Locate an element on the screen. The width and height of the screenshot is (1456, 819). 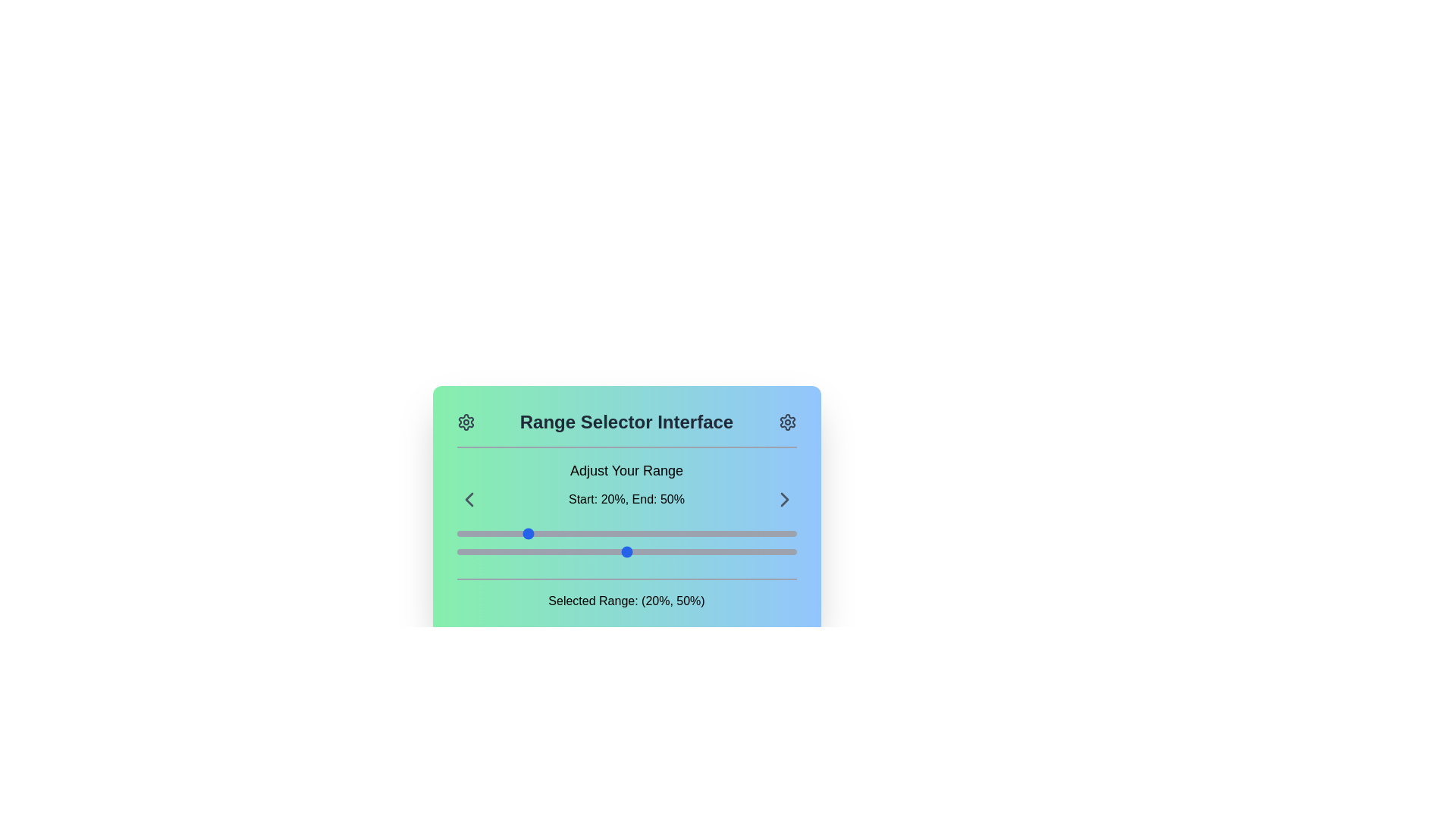
the cogwheel-shaped icon on the far left of the horizontal row is located at coordinates (787, 422).